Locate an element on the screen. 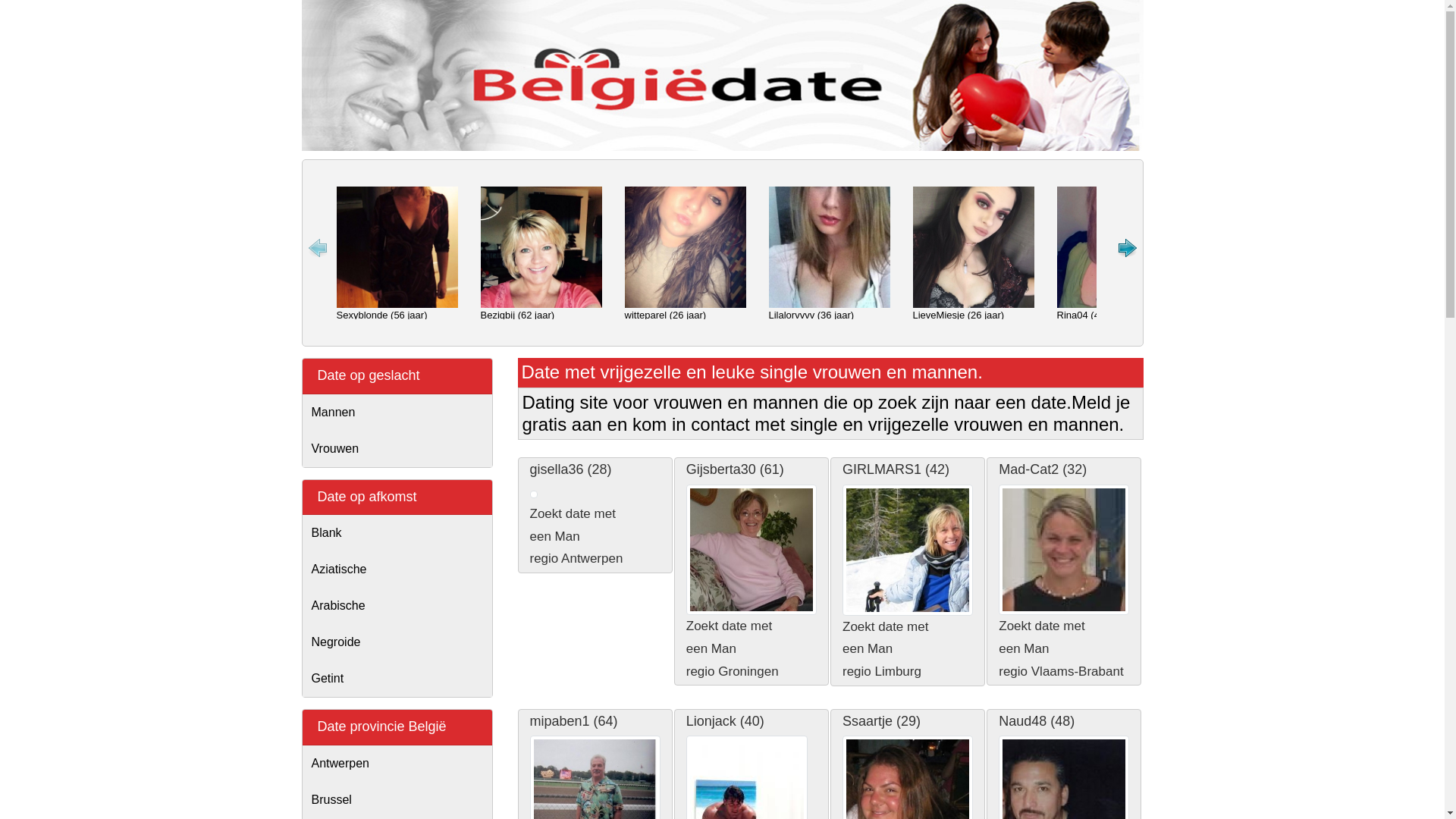 This screenshot has height=819, width=1456. 'Blank' is located at coordinates (397, 532).